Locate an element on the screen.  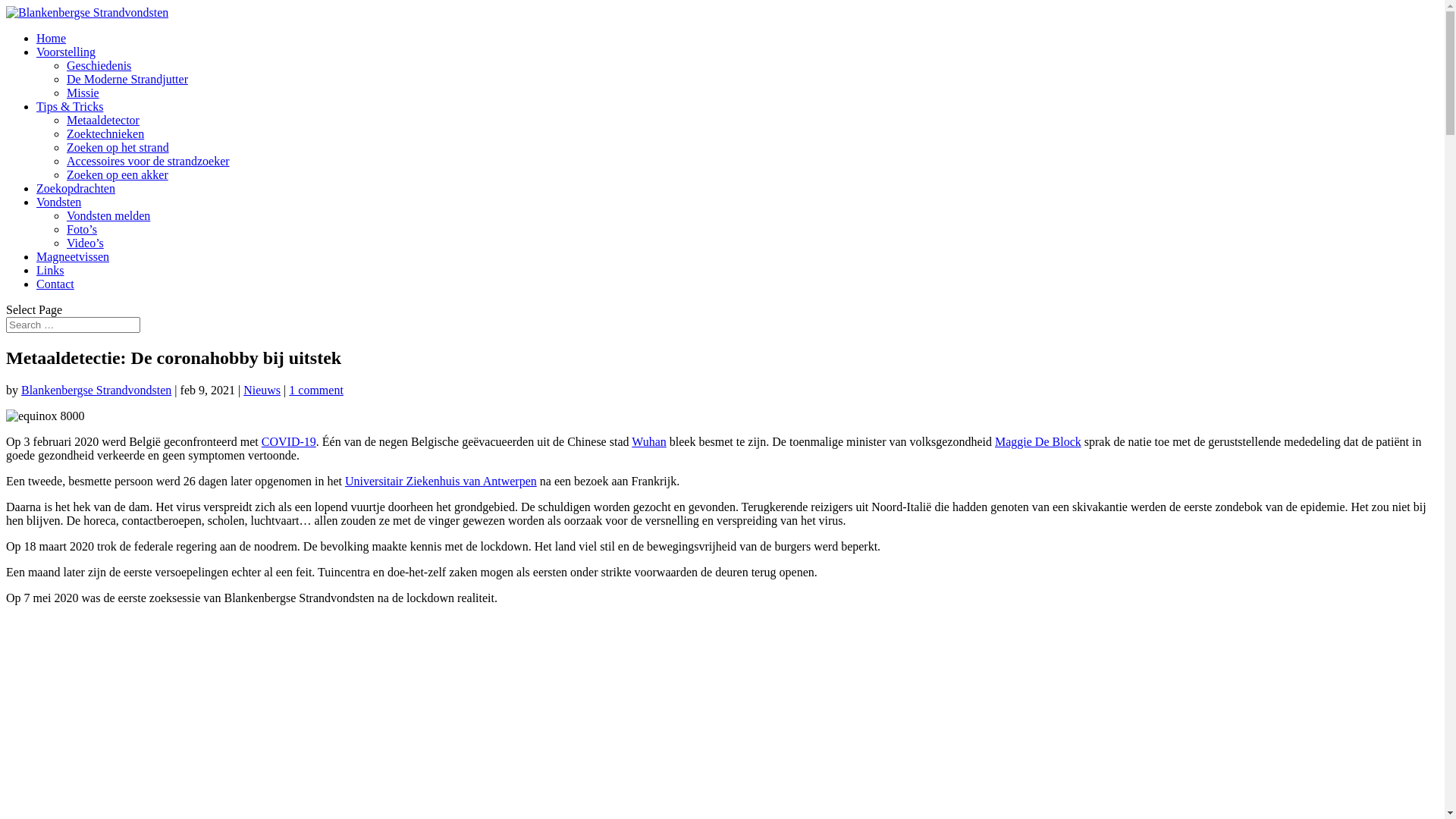
'COVID-19' is located at coordinates (262, 441).